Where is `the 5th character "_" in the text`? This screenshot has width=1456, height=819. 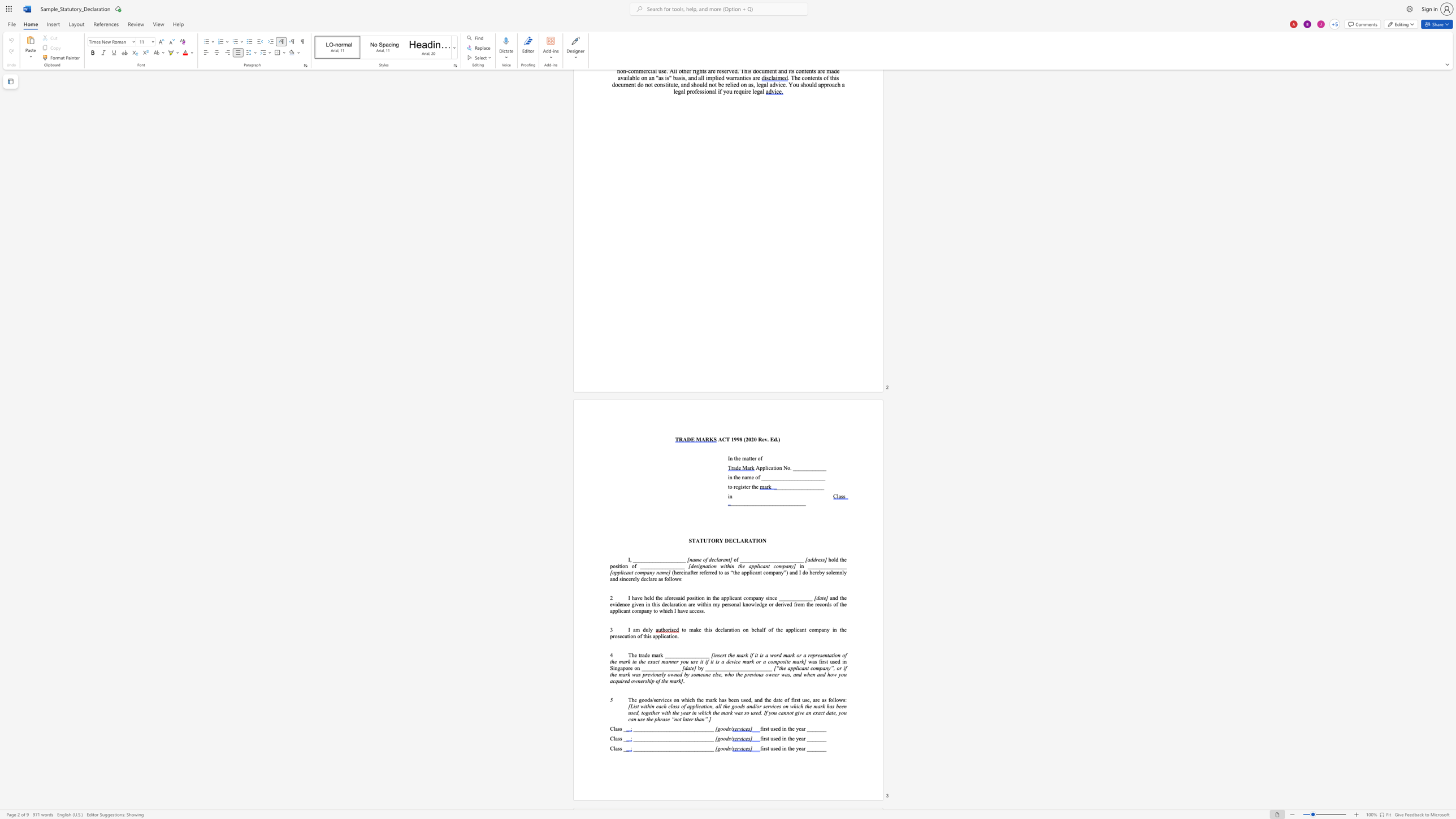
the 5th character "_" in the text is located at coordinates (752, 559).